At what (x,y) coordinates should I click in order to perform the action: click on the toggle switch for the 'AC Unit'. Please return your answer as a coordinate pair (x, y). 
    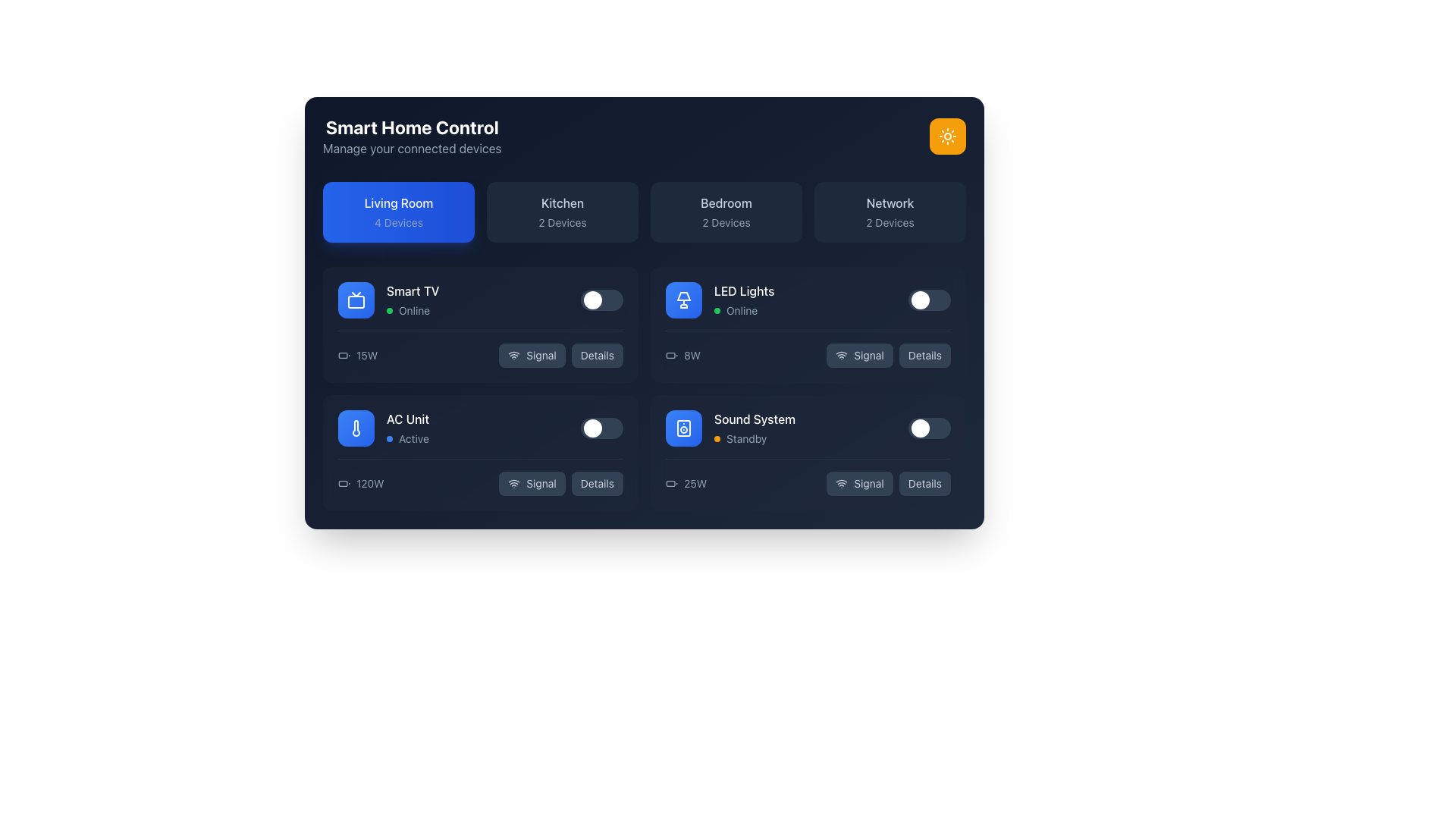
    Looking at the image, I should click on (601, 428).